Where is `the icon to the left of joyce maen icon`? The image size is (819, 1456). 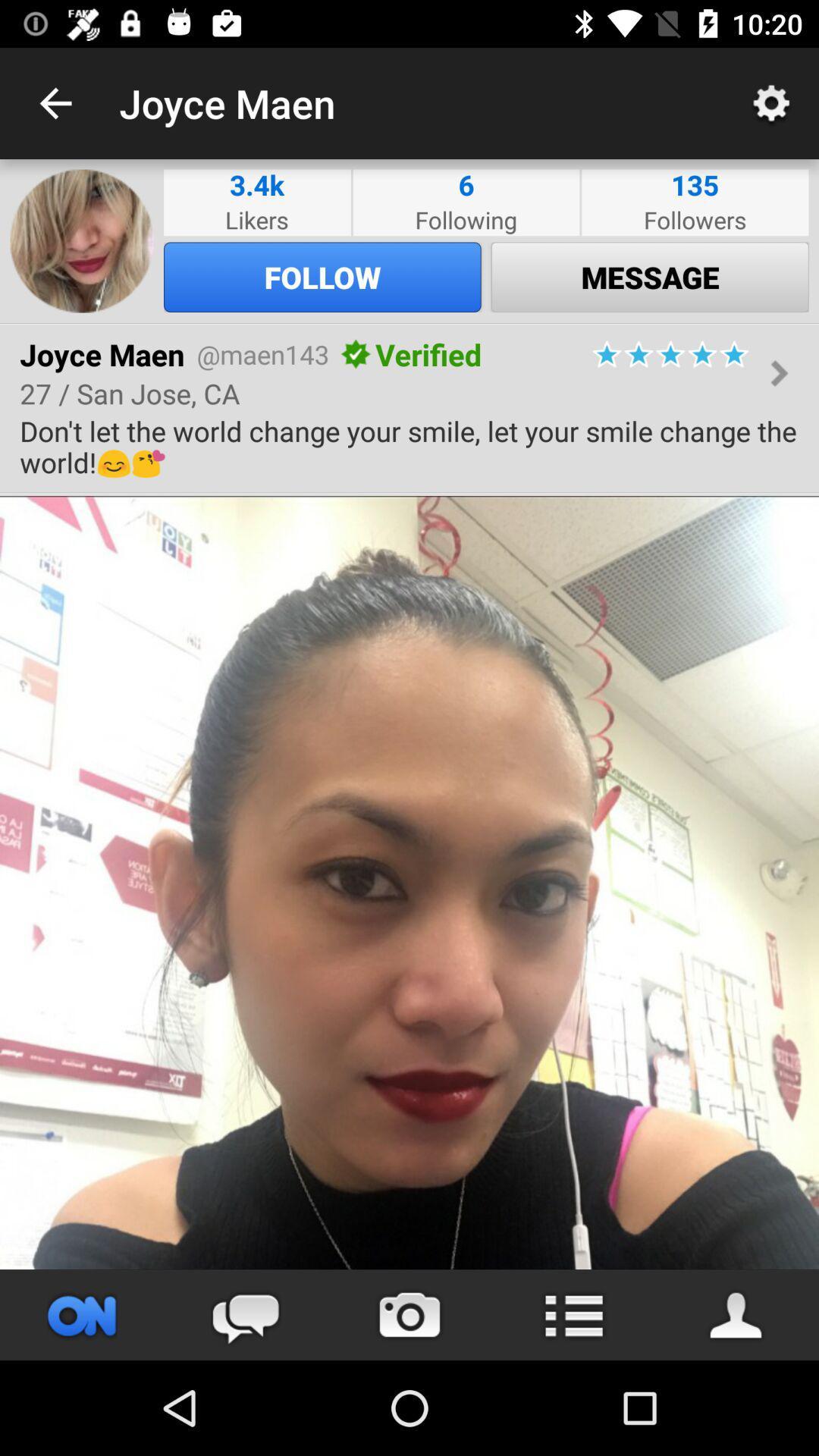 the icon to the left of joyce maen icon is located at coordinates (55, 102).